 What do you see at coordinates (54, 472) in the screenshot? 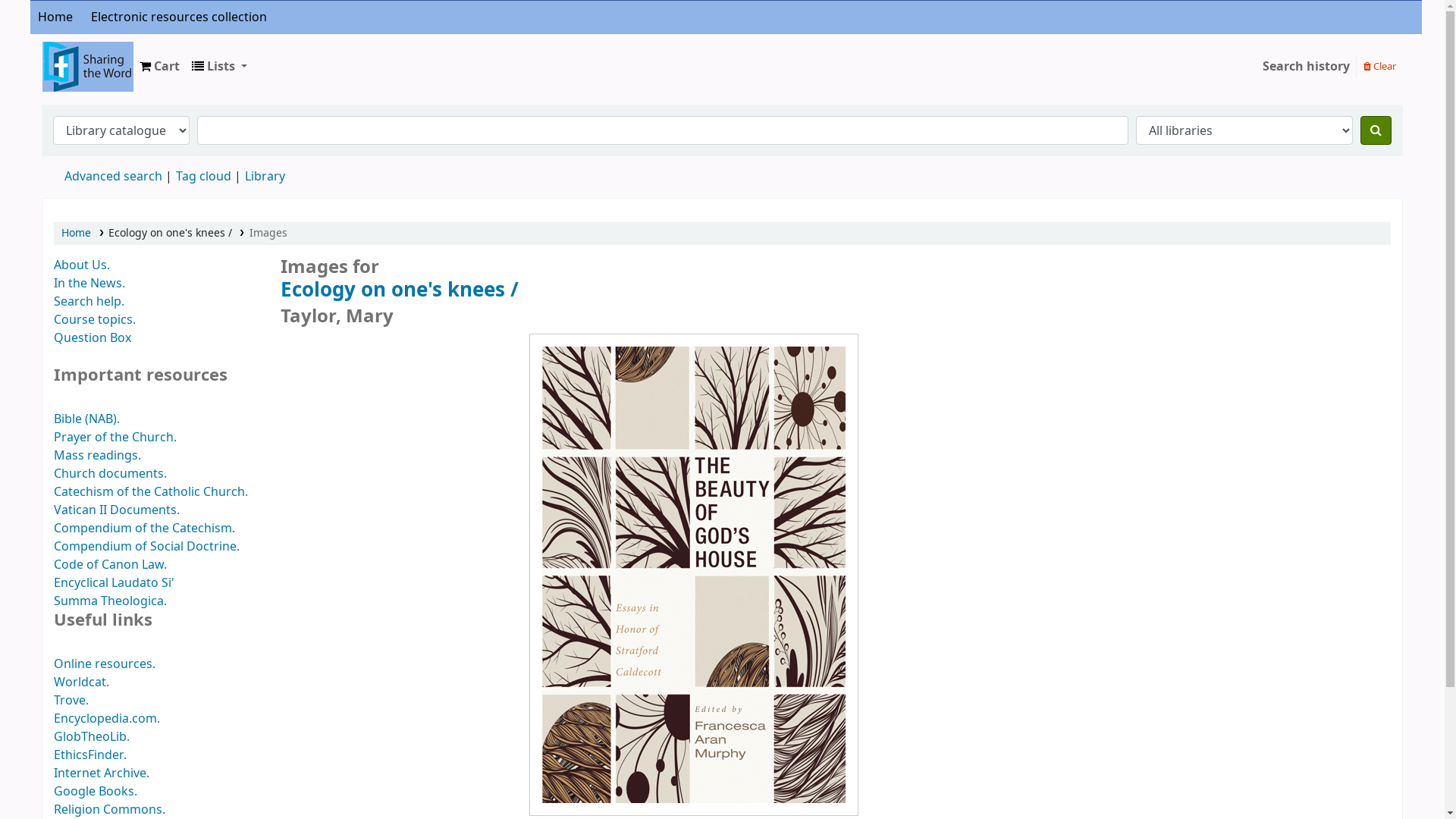
I see `'Church documents.'` at bounding box center [54, 472].